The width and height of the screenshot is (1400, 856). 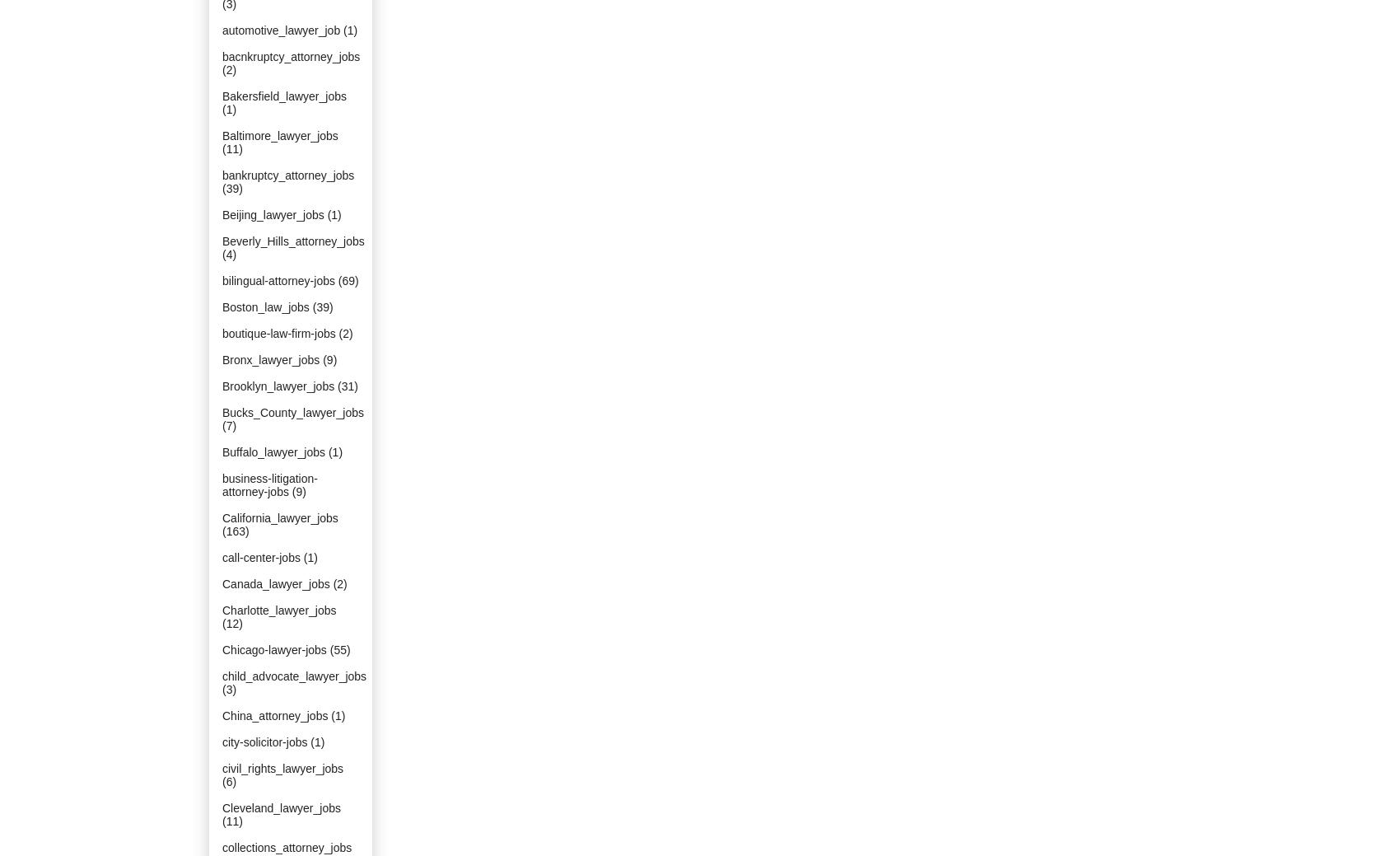 I want to click on 'Boston_law_jobs', so click(x=264, y=306).